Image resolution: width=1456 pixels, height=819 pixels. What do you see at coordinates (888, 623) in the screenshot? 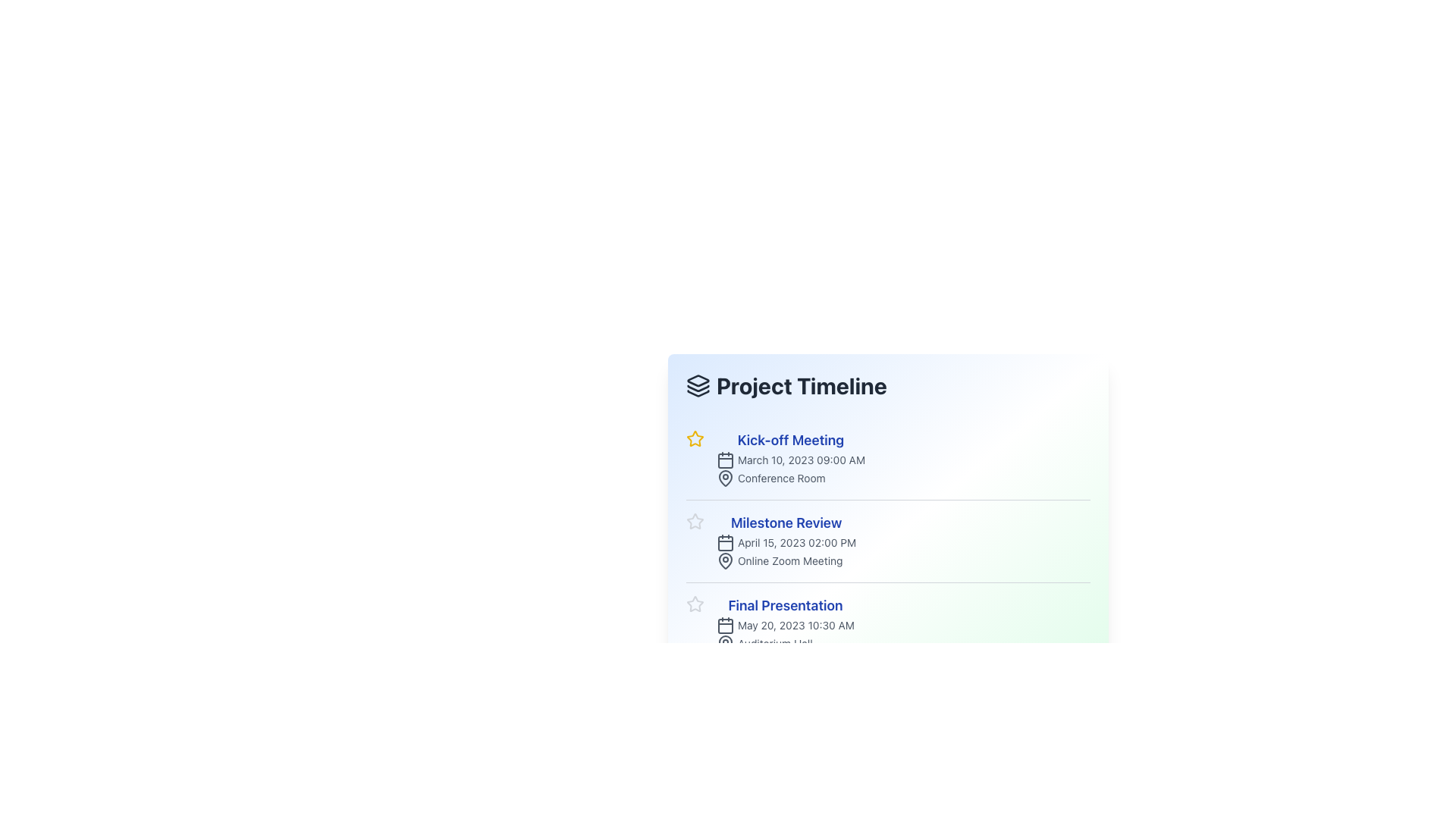
I see `the third event in the Project Timeline list, which displays the scheduled event's name, date, time, and location` at bounding box center [888, 623].